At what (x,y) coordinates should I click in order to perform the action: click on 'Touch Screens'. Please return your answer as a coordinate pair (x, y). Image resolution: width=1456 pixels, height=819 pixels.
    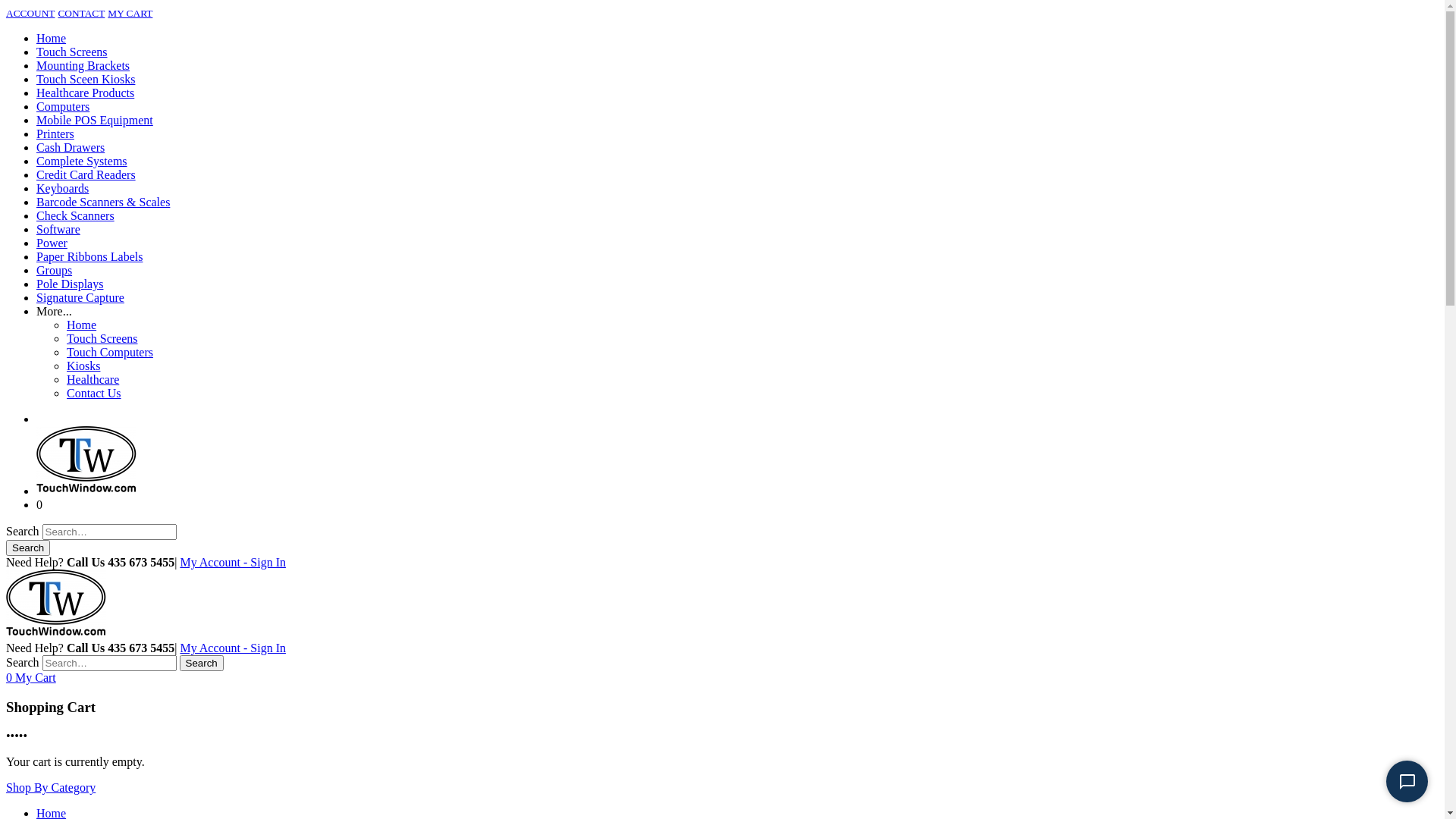
    Looking at the image, I should click on (101, 337).